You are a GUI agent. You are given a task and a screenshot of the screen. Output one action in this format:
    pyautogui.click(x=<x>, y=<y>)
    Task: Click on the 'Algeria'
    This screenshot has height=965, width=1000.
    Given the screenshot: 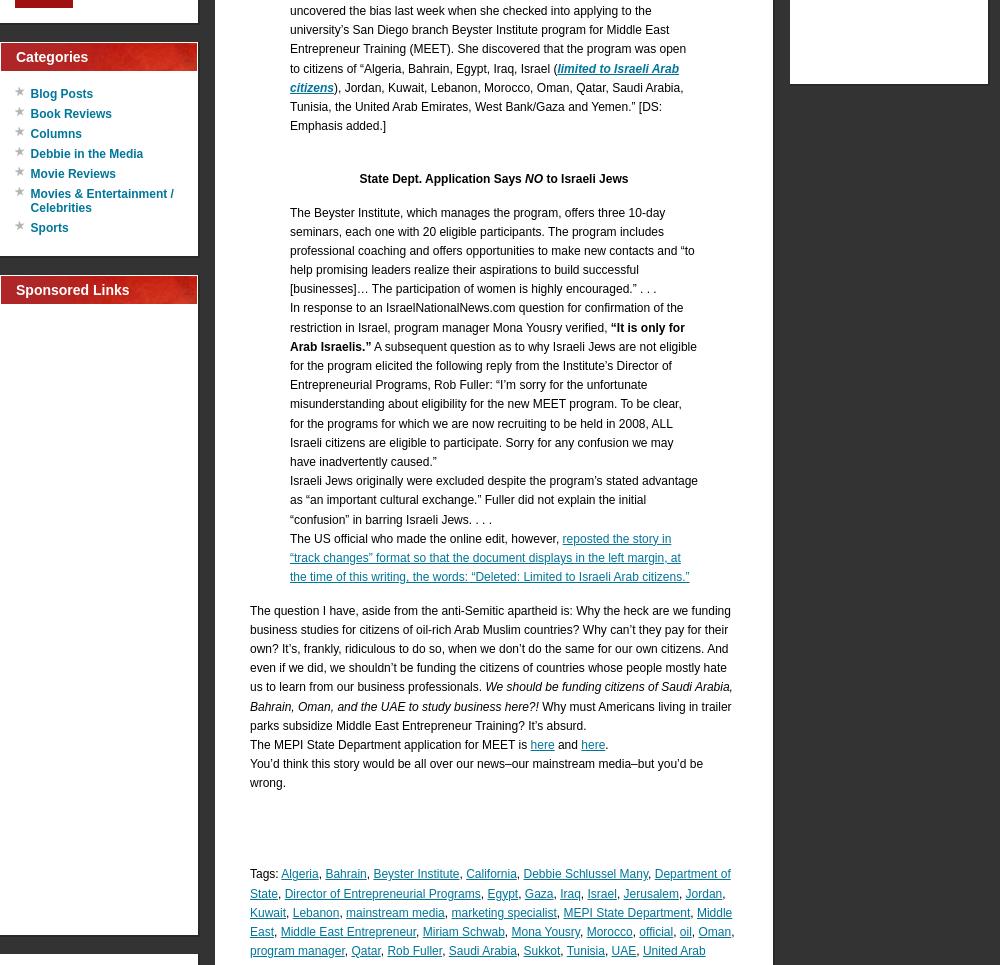 What is the action you would take?
    pyautogui.click(x=299, y=874)
    